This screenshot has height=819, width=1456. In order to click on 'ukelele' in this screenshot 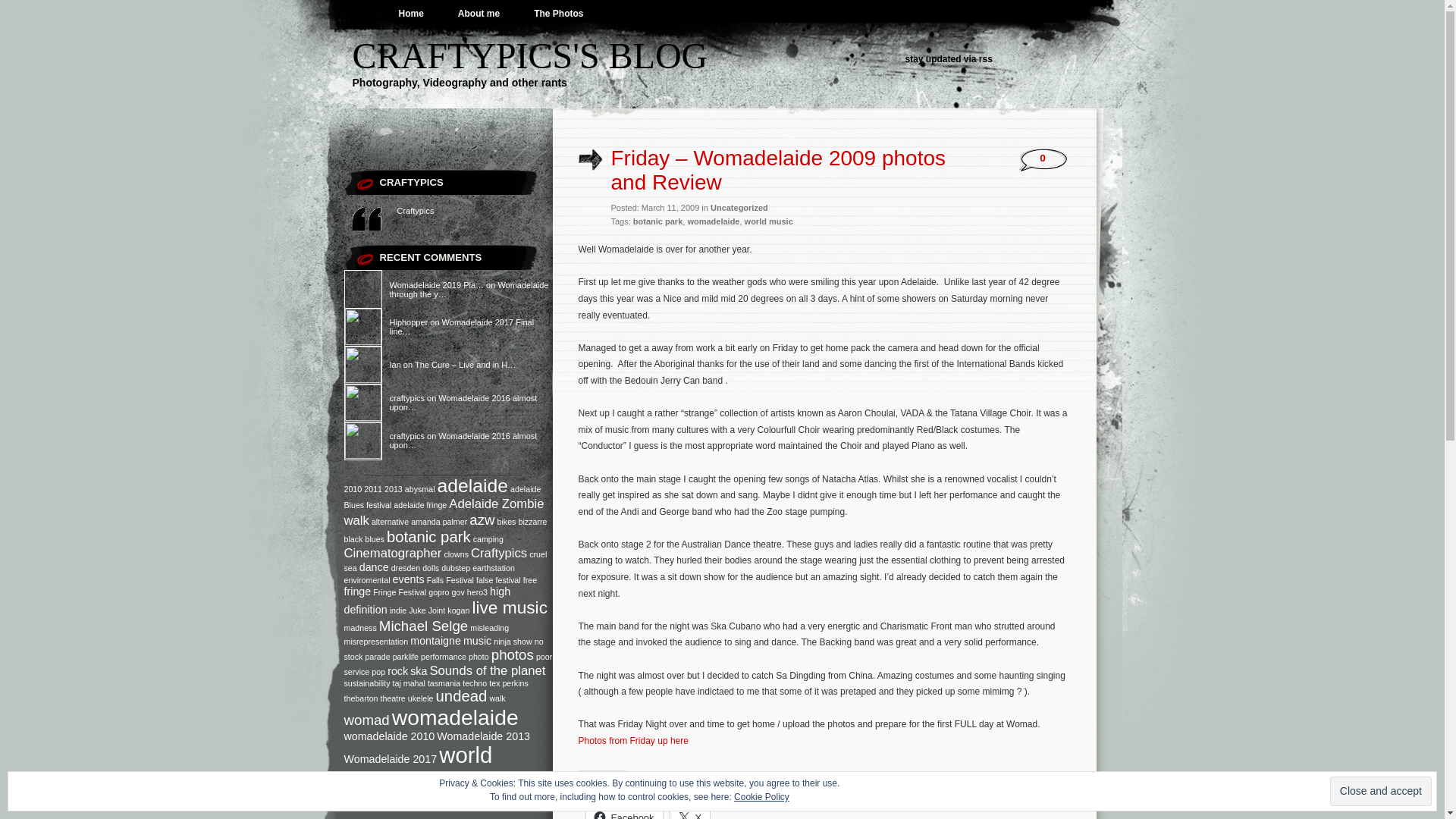, I will do `click(421, 698)`.